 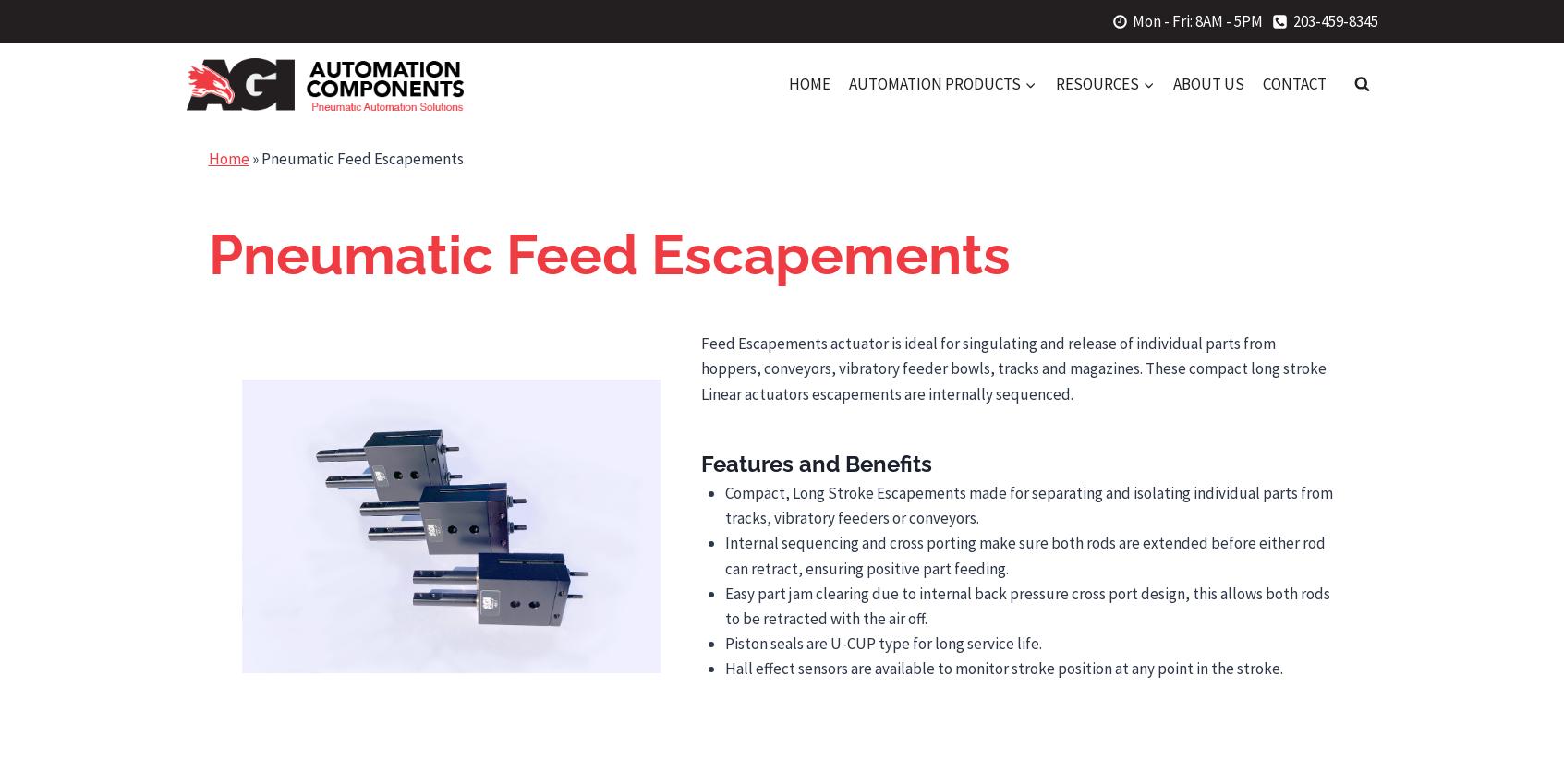 What do you see at coordinates (1294, 82) in the screenshot?
I see `'Contact'` at bounding box center [1294, 82].